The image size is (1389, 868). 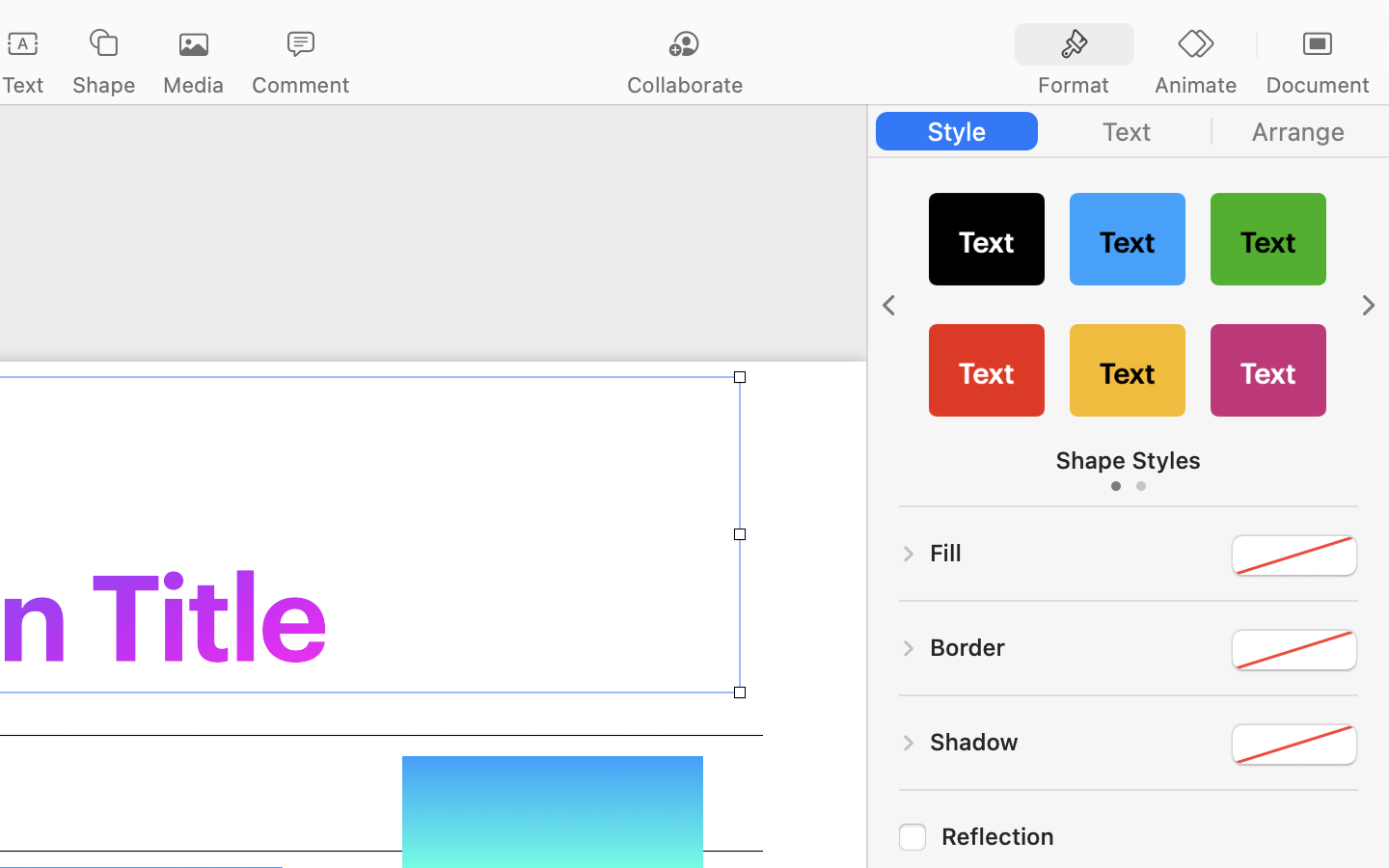 What do you see at coordinates (1315, 84) in the screenshot?
I see `'Document'` at bounding box center [1315, 84].